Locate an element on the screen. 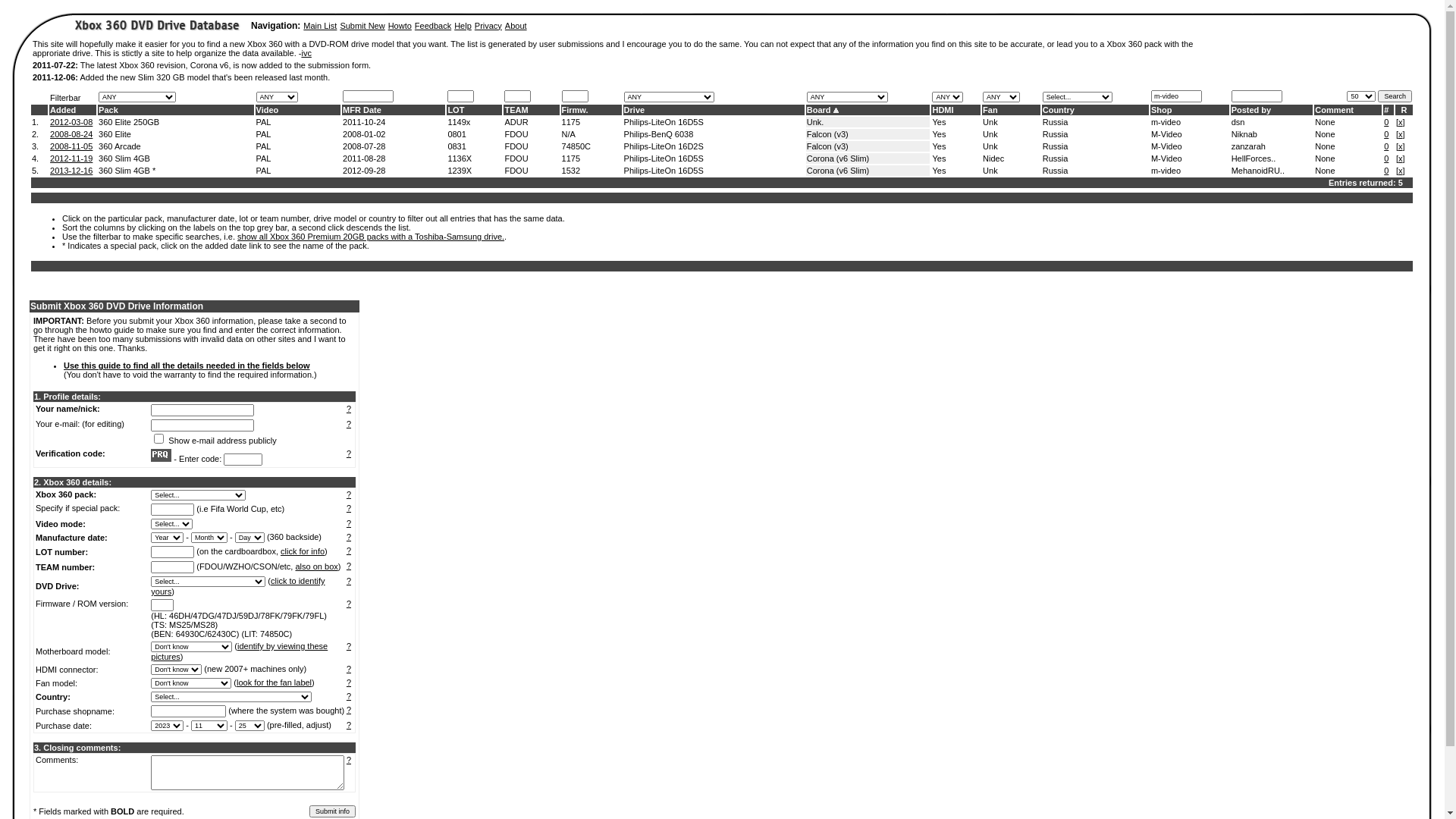 Image resolution: width=1456 pixels, height=819 pixels. 'Help' is located at coordinates (462, 26).